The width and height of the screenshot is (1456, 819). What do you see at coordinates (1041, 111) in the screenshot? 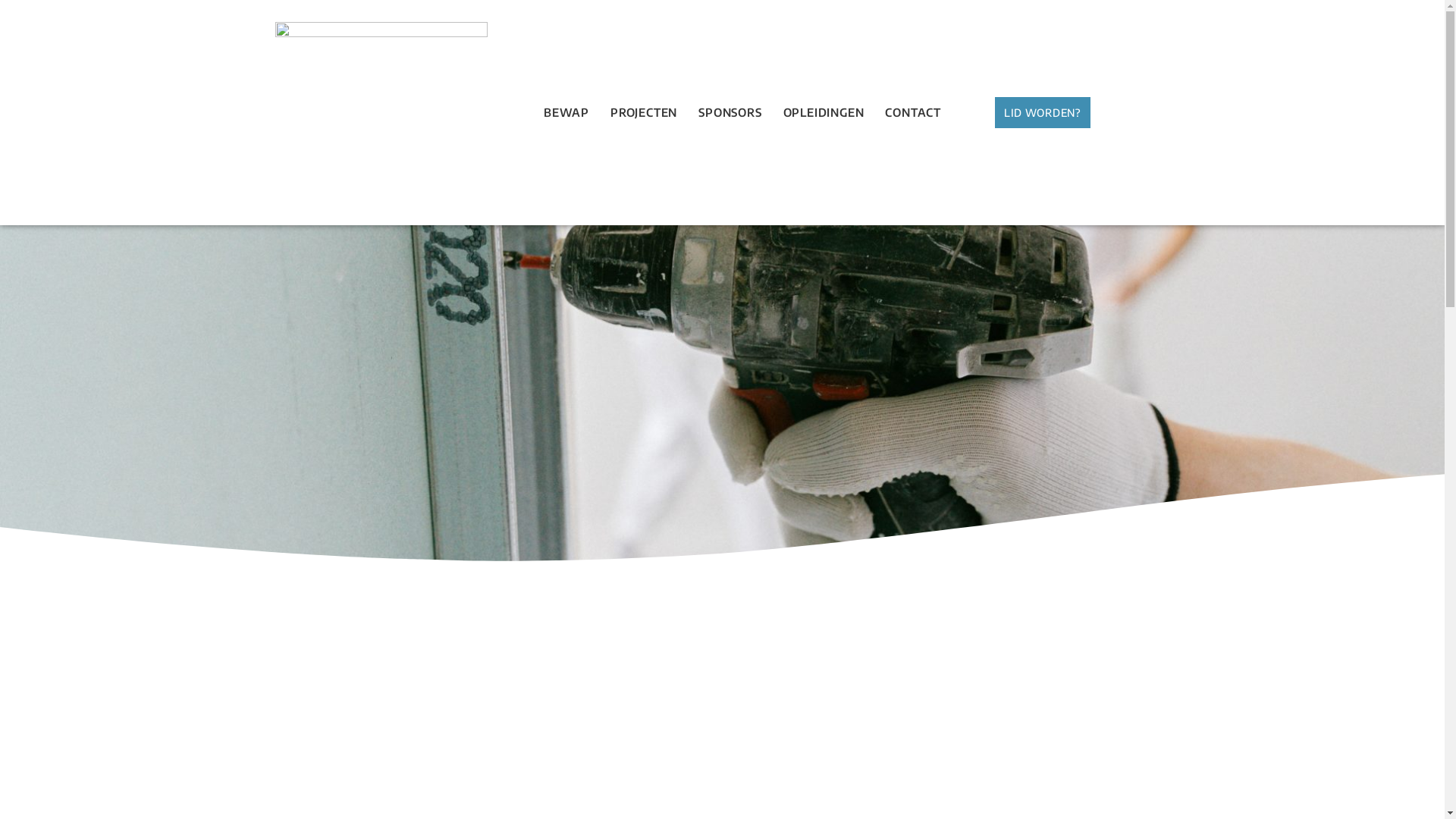
I see `'LID WORDEN?'` at bounding box center [1041, 111].